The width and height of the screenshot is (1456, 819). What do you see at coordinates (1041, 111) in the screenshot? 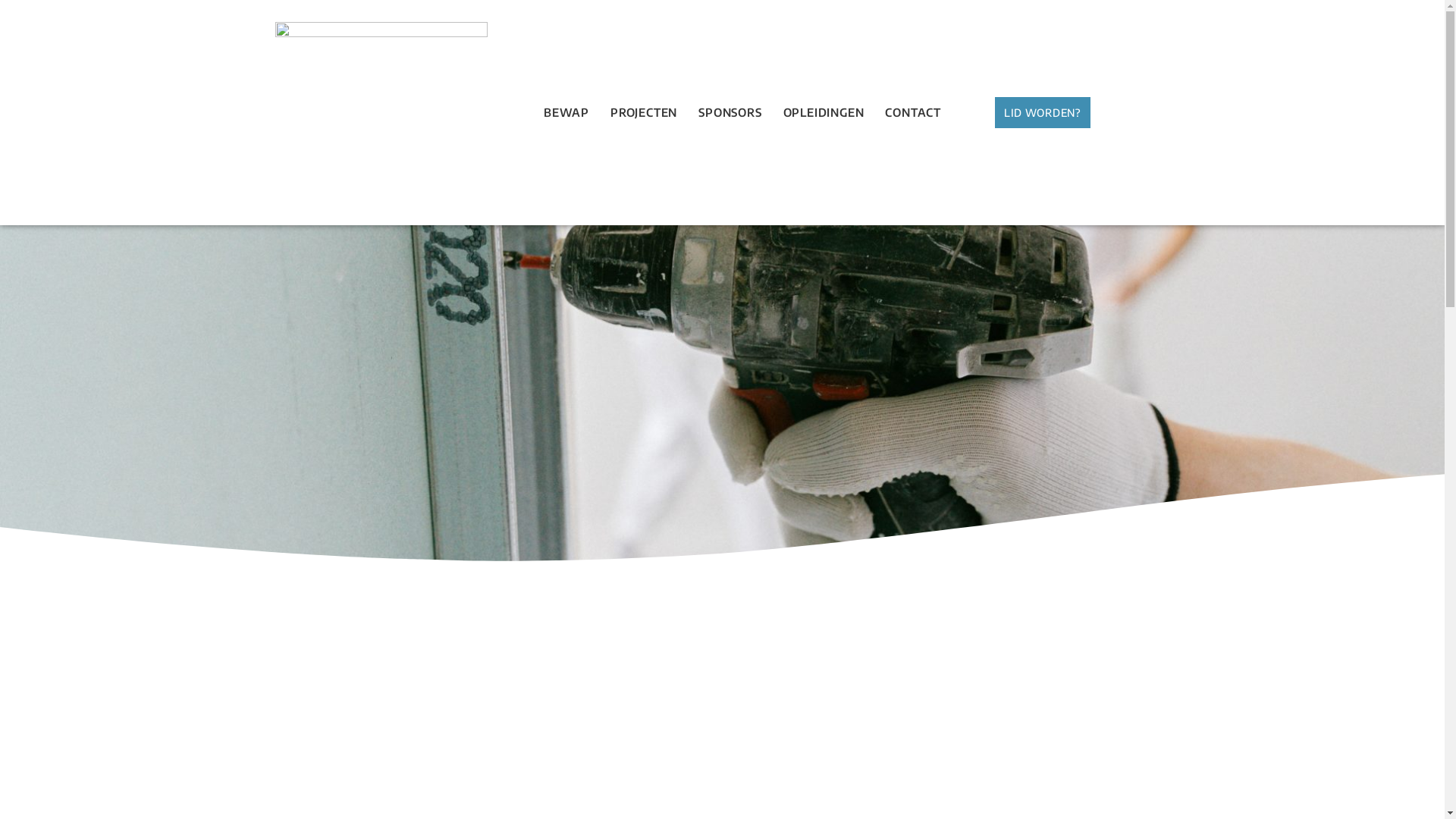
I see `'LID WORDEN?'` at bounding box center [1041, 111].